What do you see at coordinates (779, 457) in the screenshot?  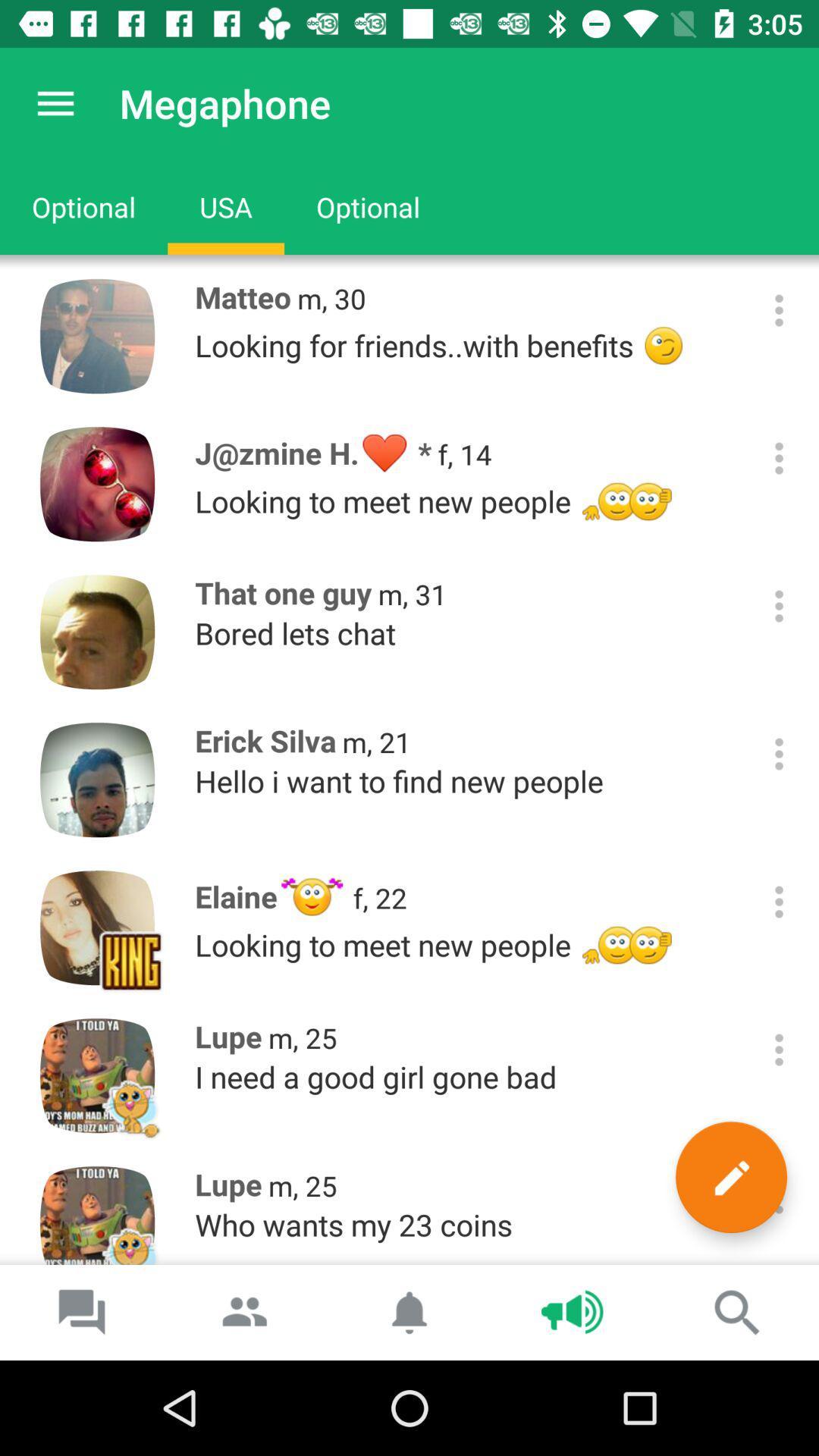 I see `apps` at bounding box center [779, 457].